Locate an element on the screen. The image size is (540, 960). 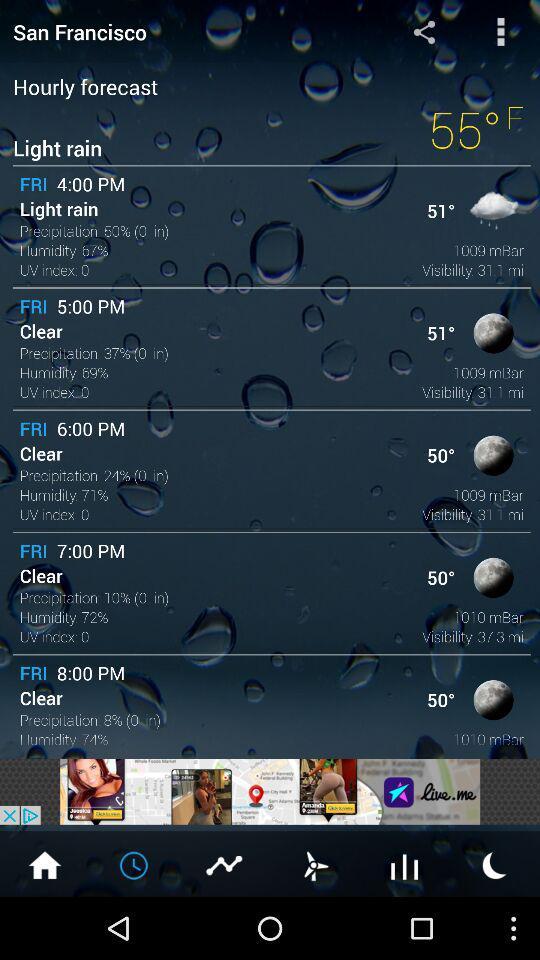
share the weather detail is located at coordinates (423, 30).